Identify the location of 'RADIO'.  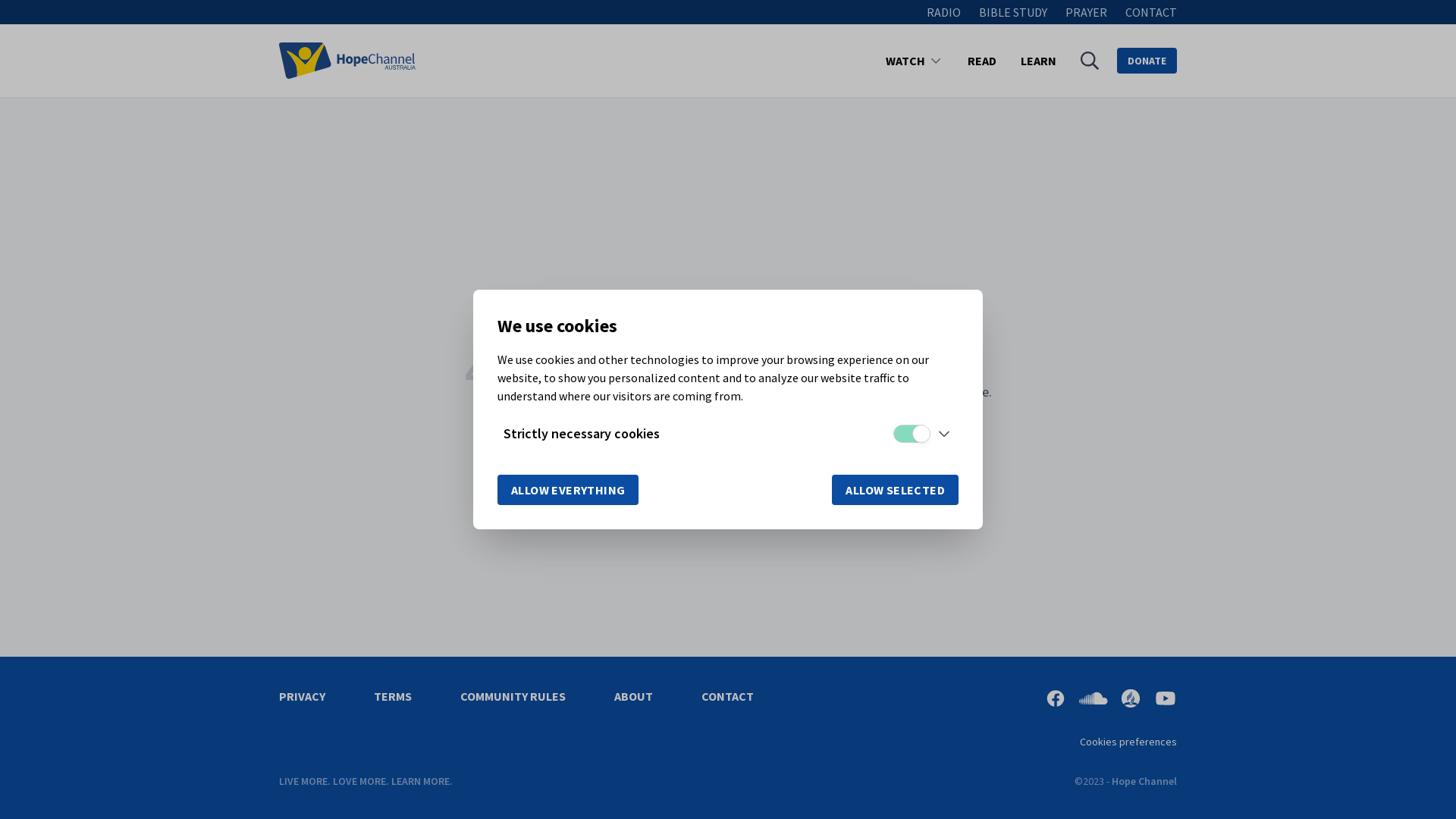
(926, 11).